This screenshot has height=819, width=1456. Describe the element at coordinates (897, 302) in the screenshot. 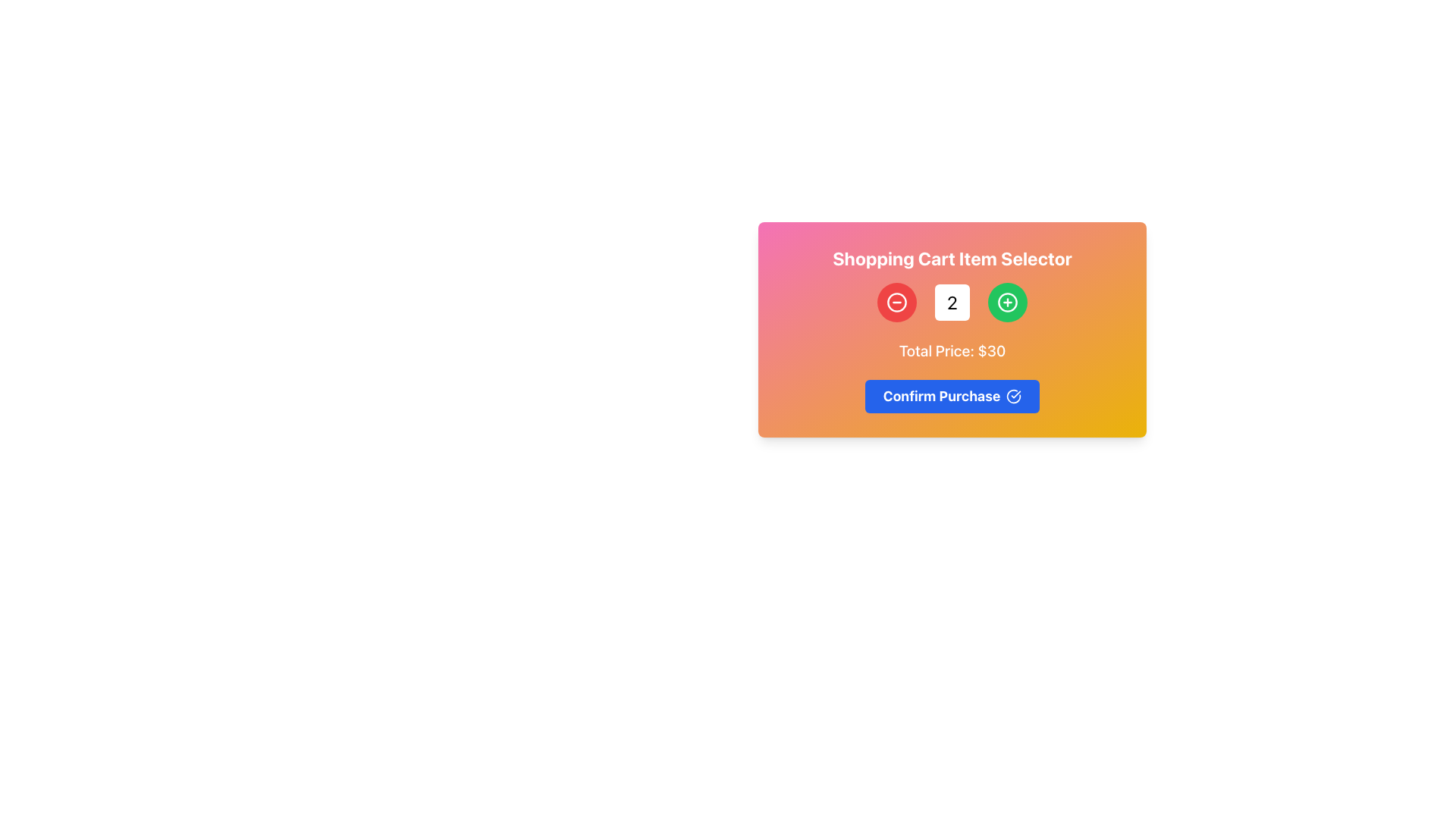

I see `the button located in the left section of the gradient-colored interface to decrease the quantity of an item in the shopping cart` at that location.